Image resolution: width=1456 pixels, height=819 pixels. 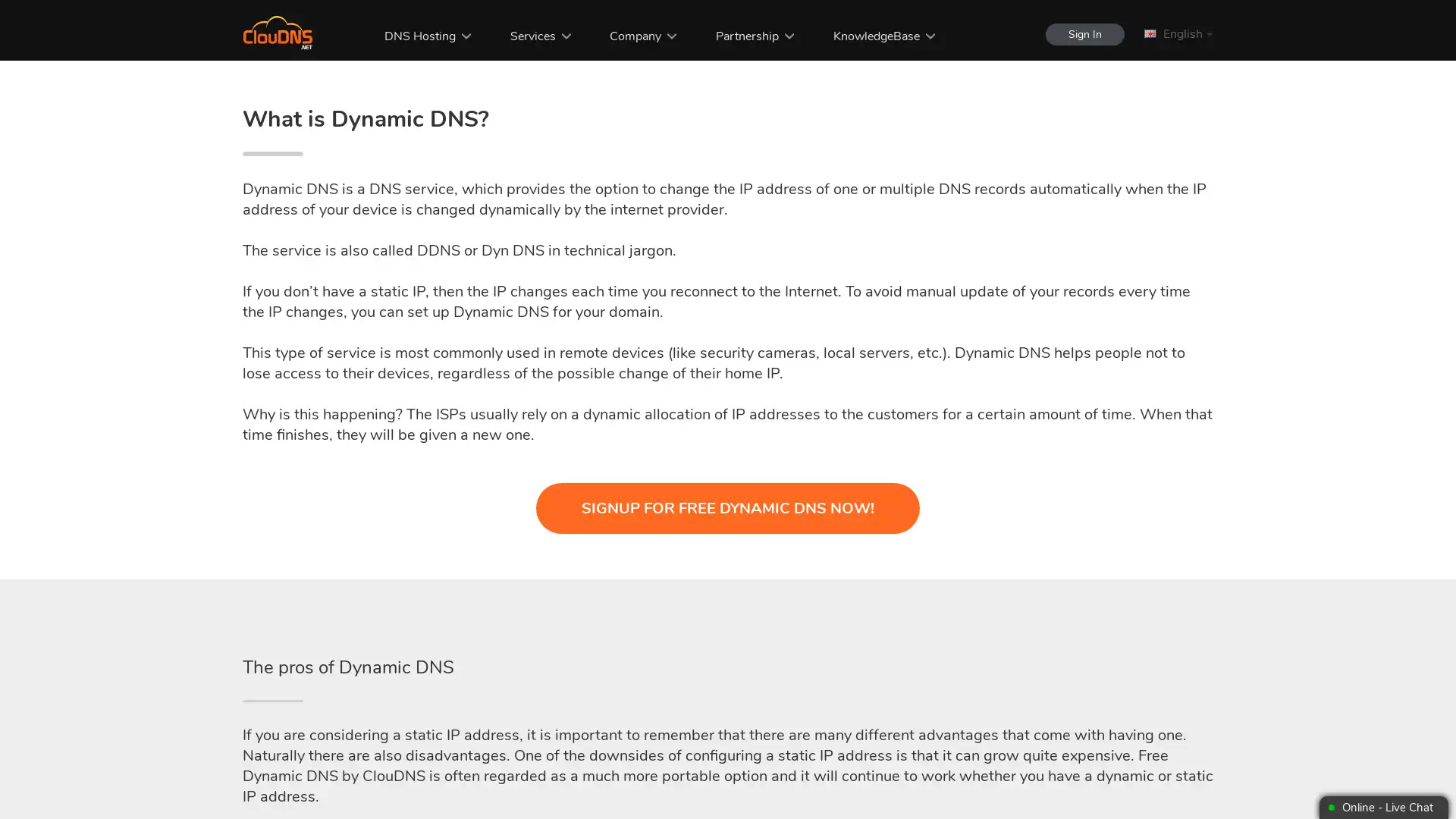 What do you see at coordinates (1084, 34) in the screenshot?
I see `Sign In` at bounding box center [1084, 34].